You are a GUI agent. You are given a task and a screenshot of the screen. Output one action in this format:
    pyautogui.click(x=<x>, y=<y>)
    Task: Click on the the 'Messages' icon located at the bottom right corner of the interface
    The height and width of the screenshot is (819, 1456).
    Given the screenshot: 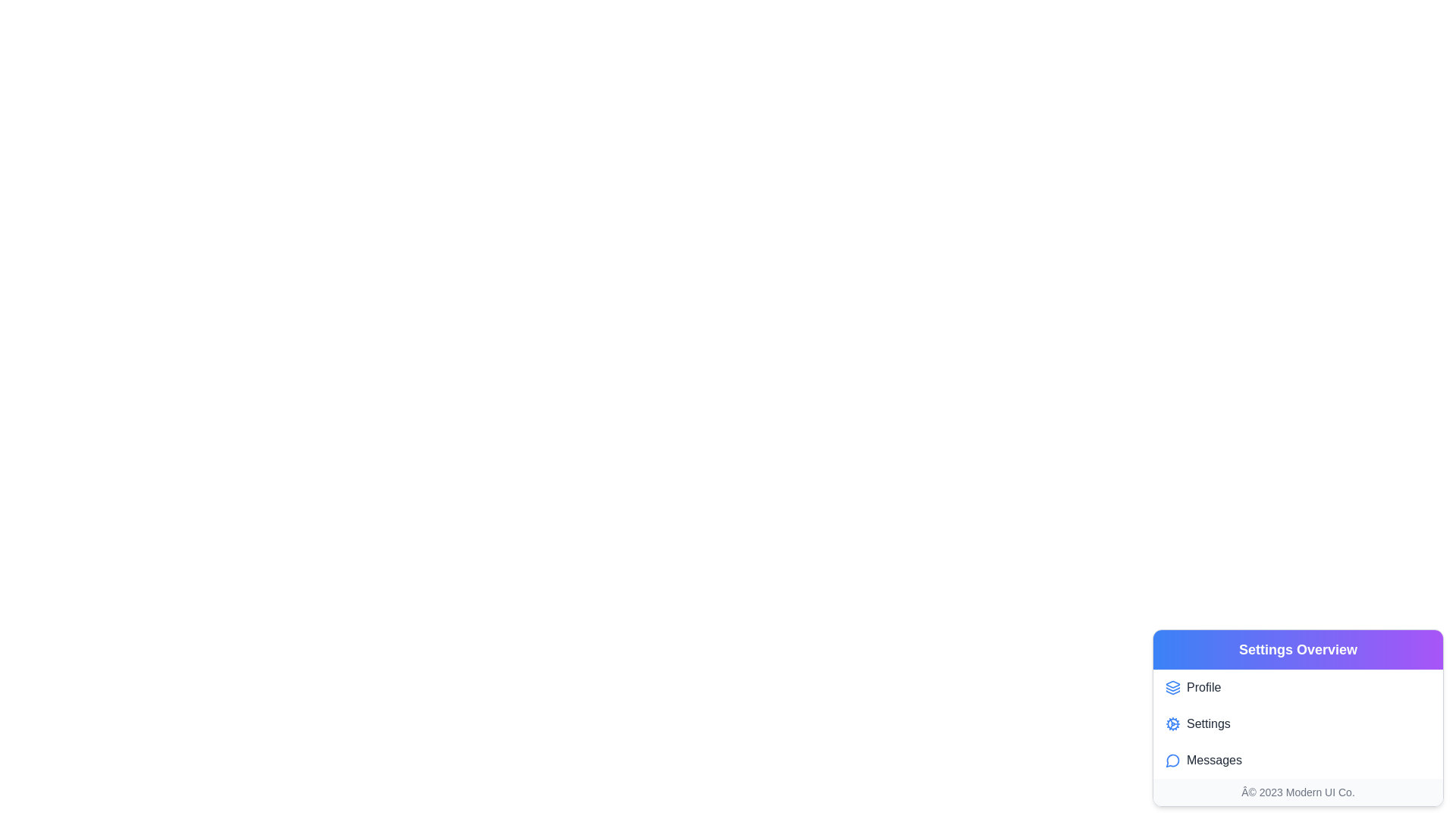 What is the action you would take?
    pyautogui.click(x=1172, y=761)
    